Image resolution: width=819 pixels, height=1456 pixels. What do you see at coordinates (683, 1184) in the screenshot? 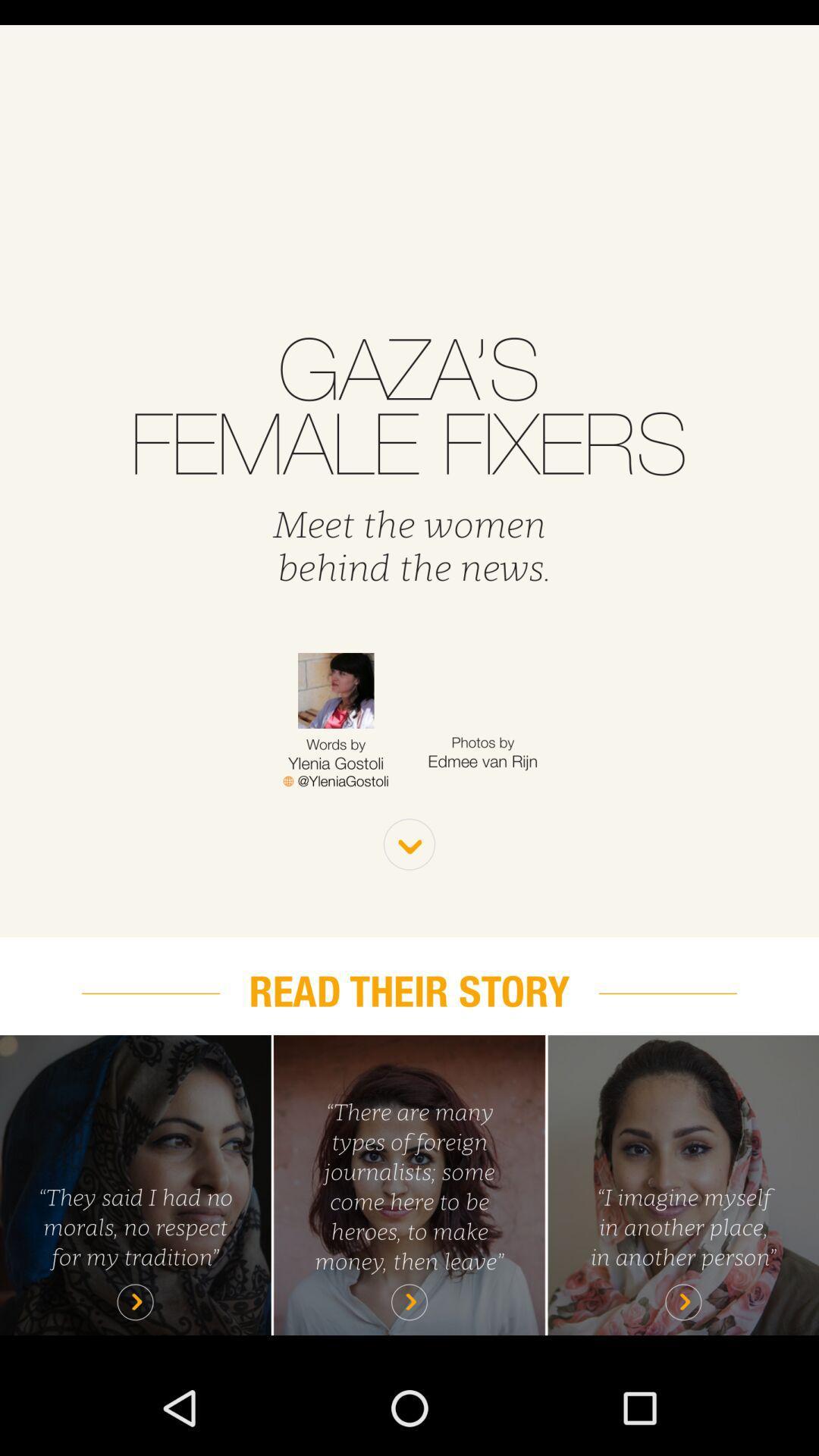
I see `open story` at bounding box center [683, 1184].